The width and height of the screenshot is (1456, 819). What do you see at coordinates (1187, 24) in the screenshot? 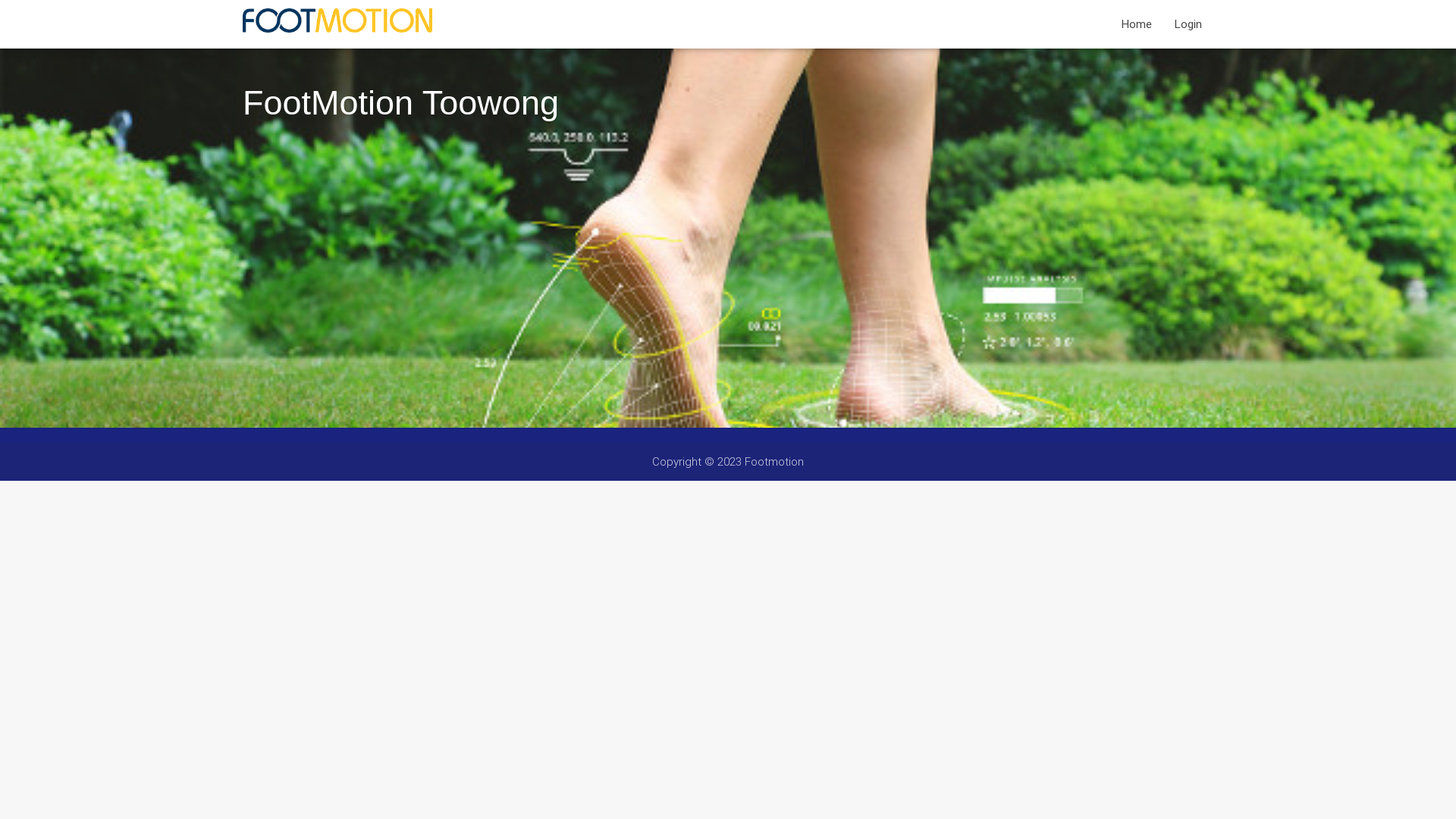
I see `'Login'` at bounding box center [1187, 24].